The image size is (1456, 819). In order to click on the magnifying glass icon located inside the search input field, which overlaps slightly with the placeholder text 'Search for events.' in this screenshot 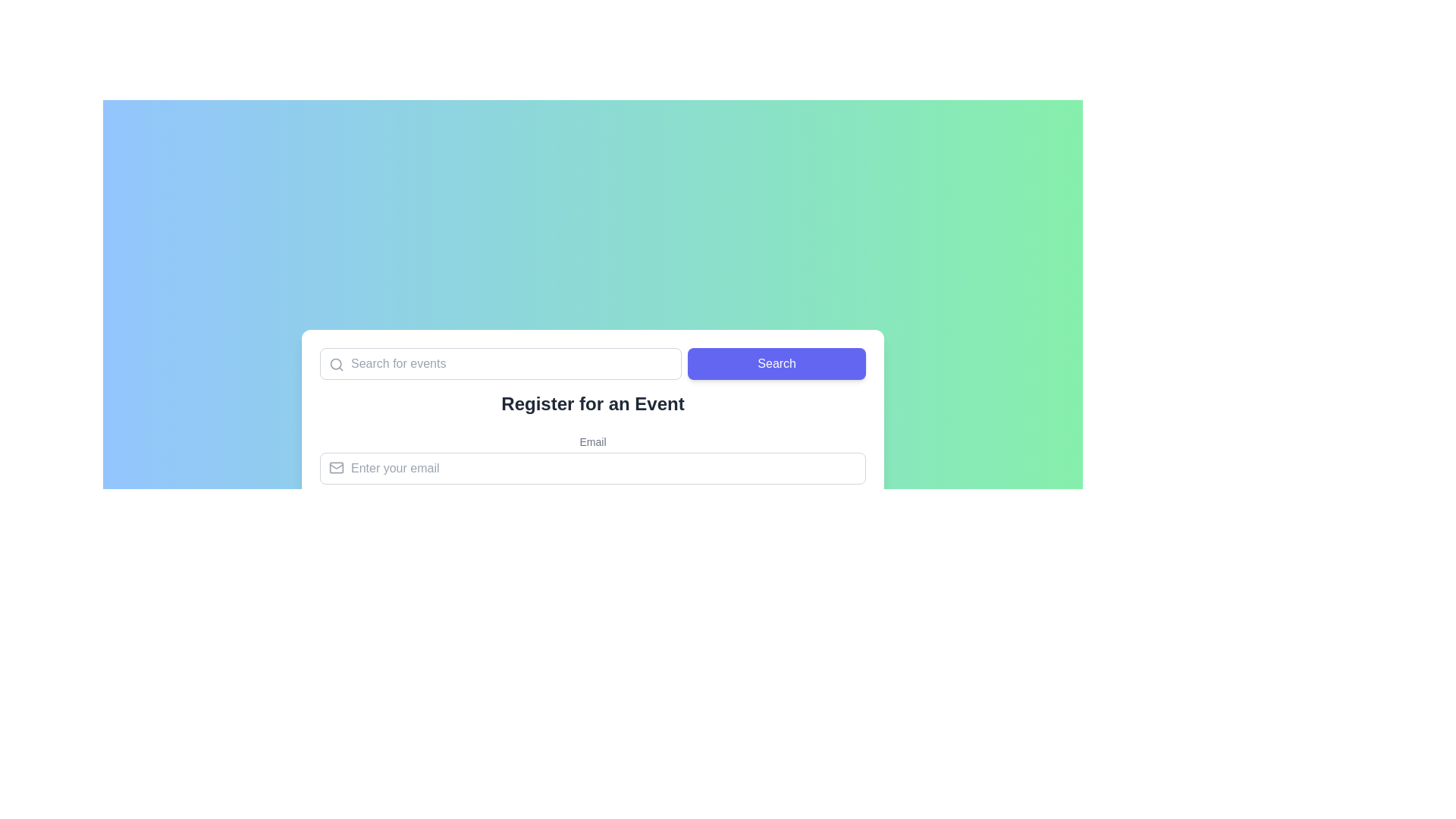, I will do `click(336, 365)`.